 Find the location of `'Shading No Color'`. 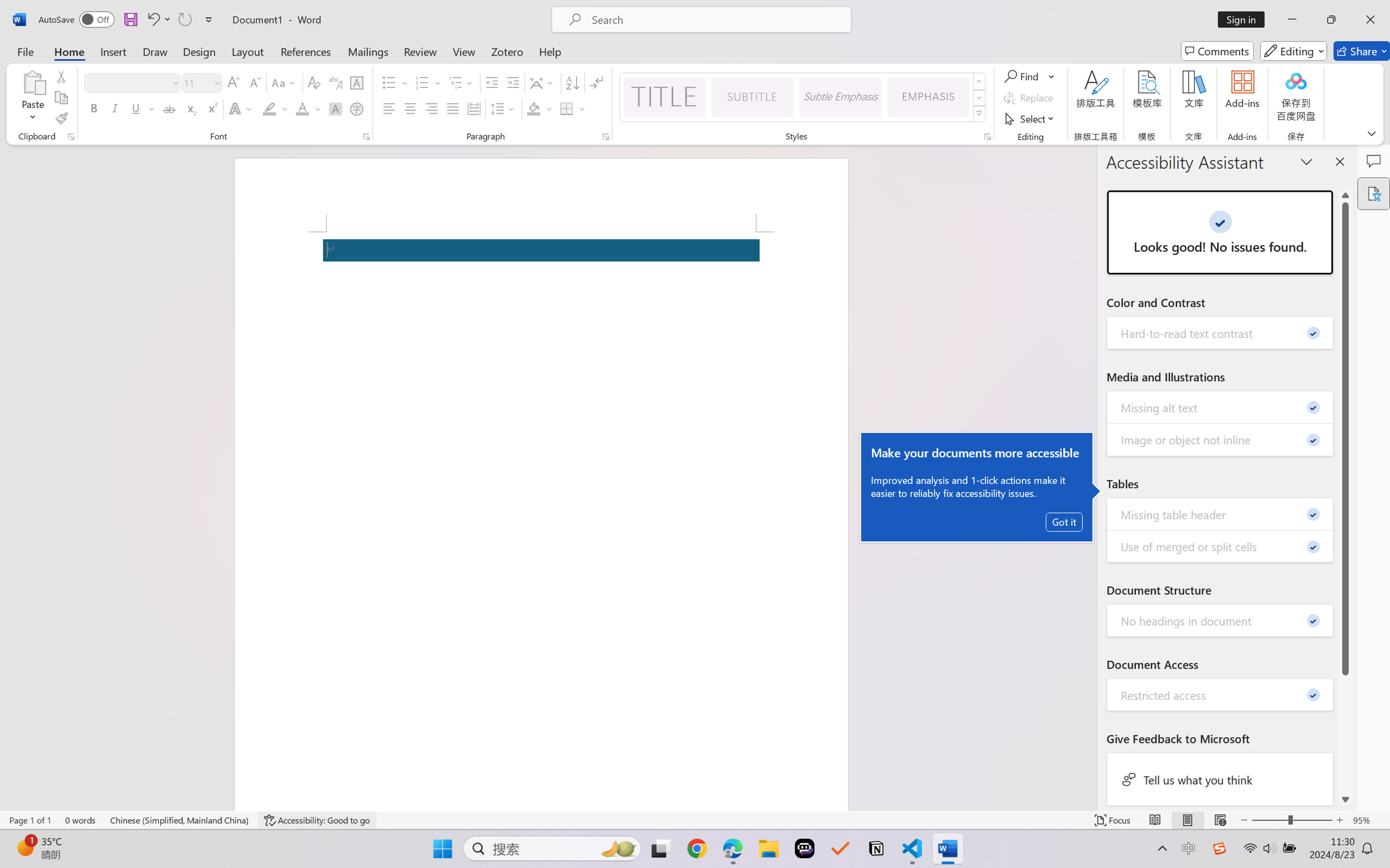

'Shading No Color' is located at coordinates (533, 108).